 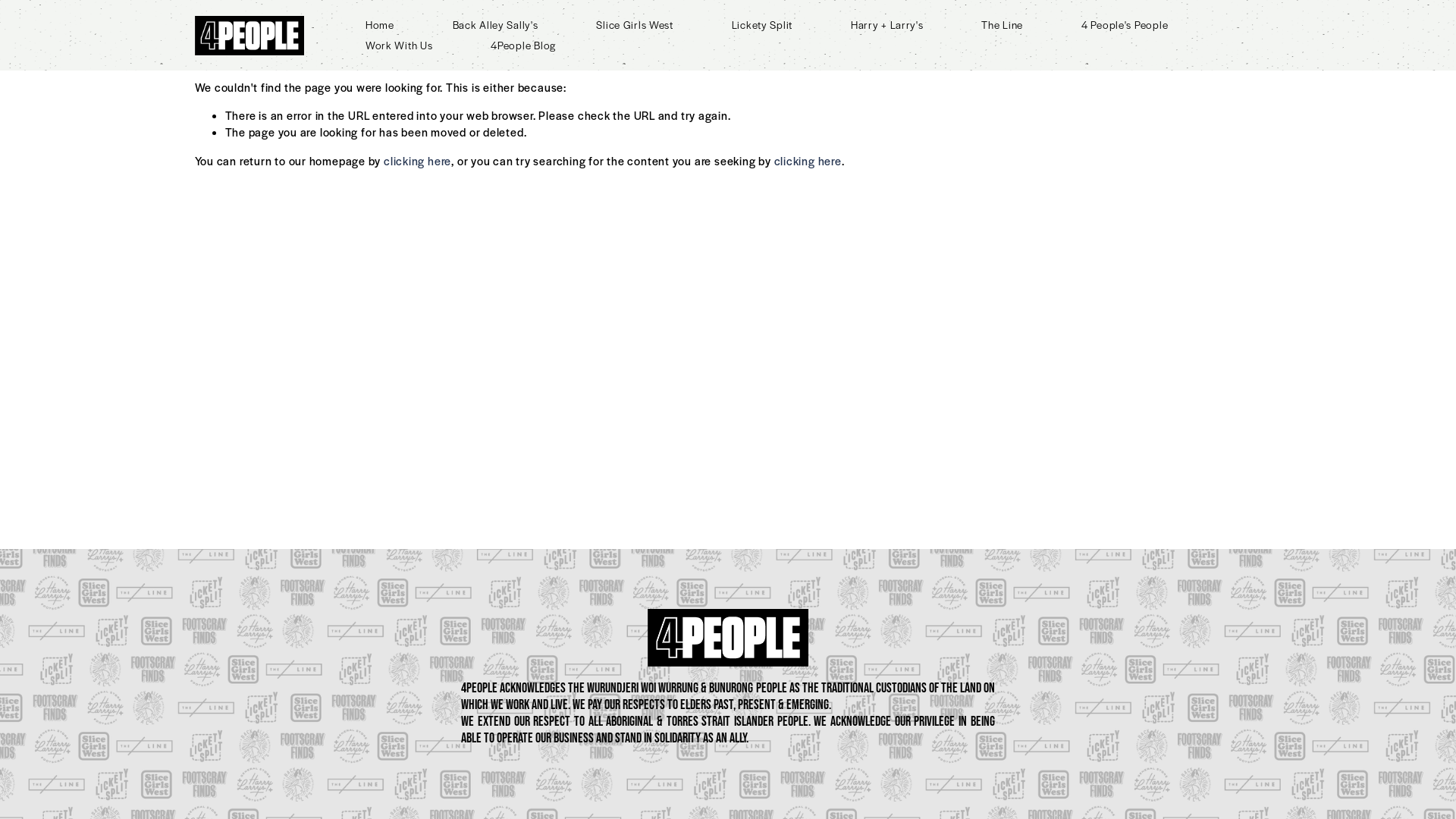 What do you see at coordinates (1002, 24) in the screenshot?
I see `'The Line'` at bounding box center [1002, 24].